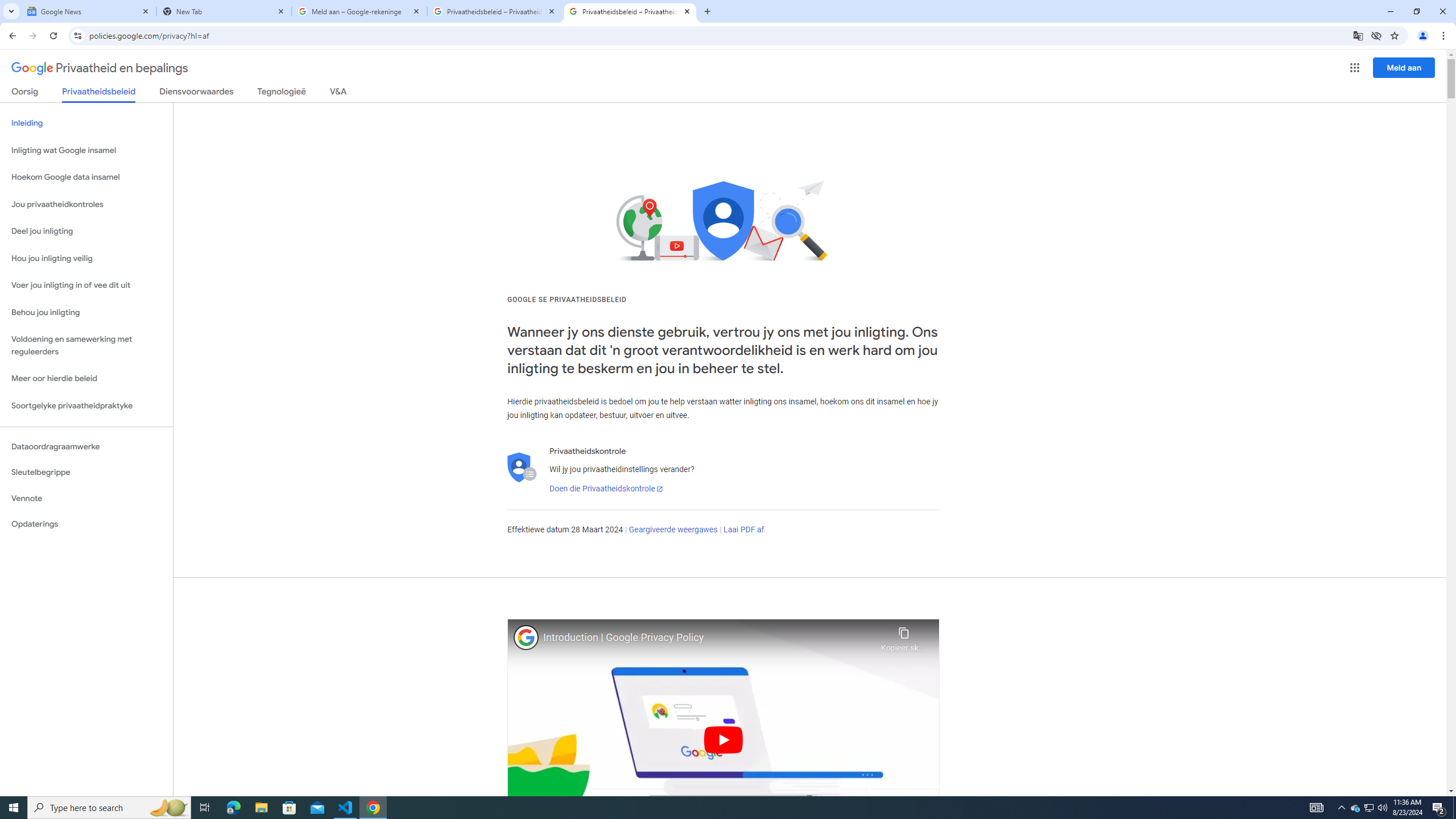 The image size is (1456, 819). I want to click on 'Behou jou inligting', so click(86, 312).